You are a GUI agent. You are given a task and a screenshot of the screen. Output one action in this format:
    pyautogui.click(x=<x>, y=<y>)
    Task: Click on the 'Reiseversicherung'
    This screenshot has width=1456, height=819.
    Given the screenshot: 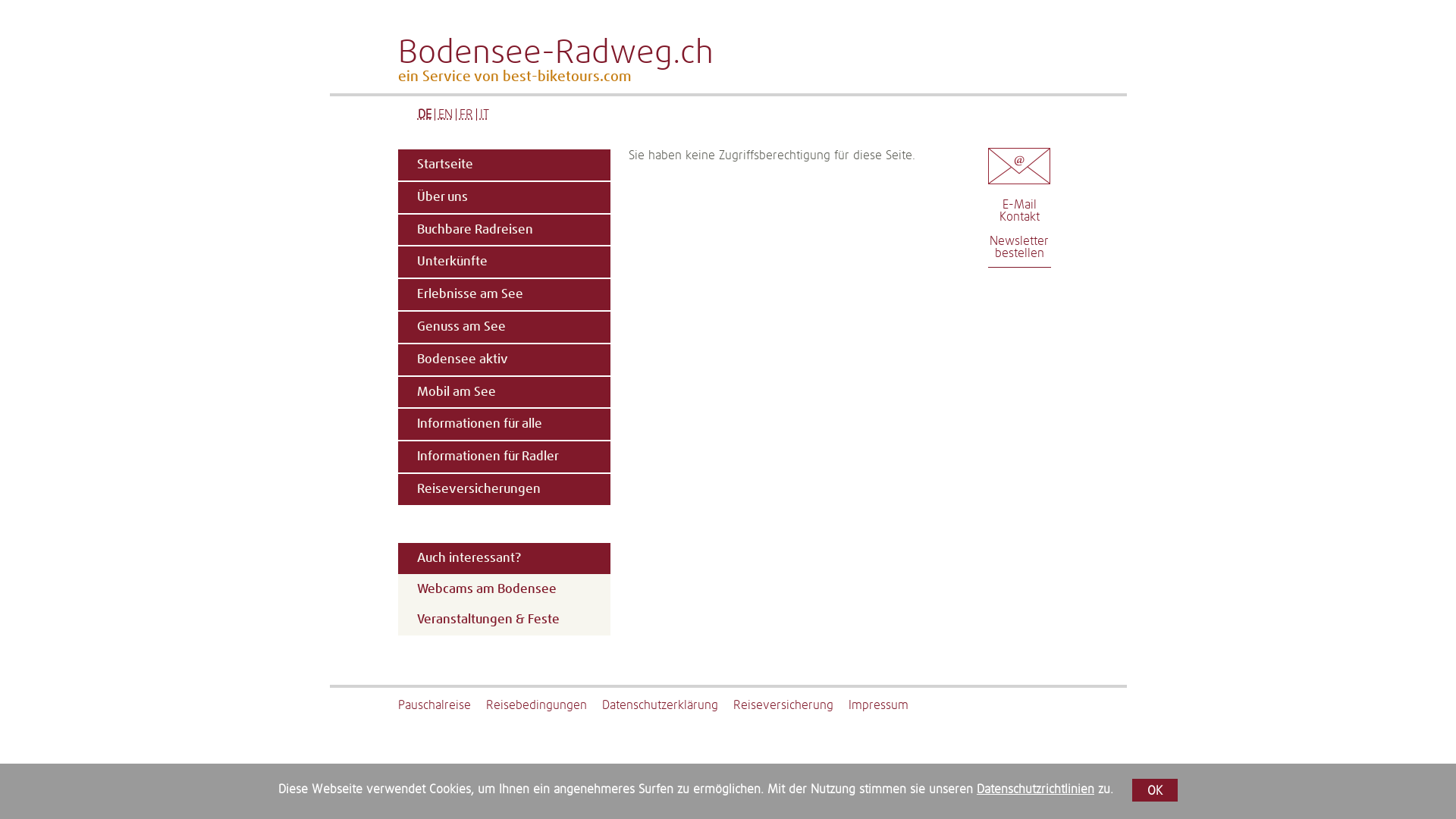 What is the action you would take?
    pyautogui.click(x=789, y=704)
    